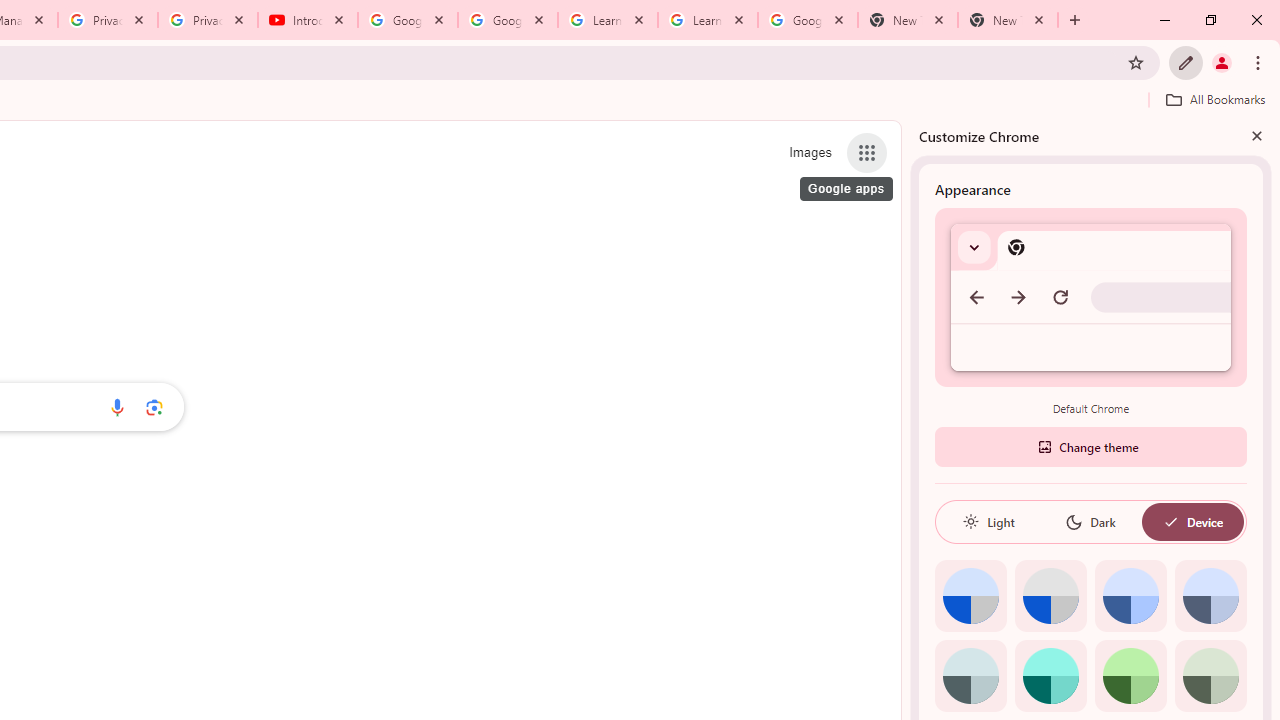 The image size is (1280, 720). What do you see at coordinates (1192, 521) in the screenshot?
I see `'Device'` at bounding box center [1192, 521].